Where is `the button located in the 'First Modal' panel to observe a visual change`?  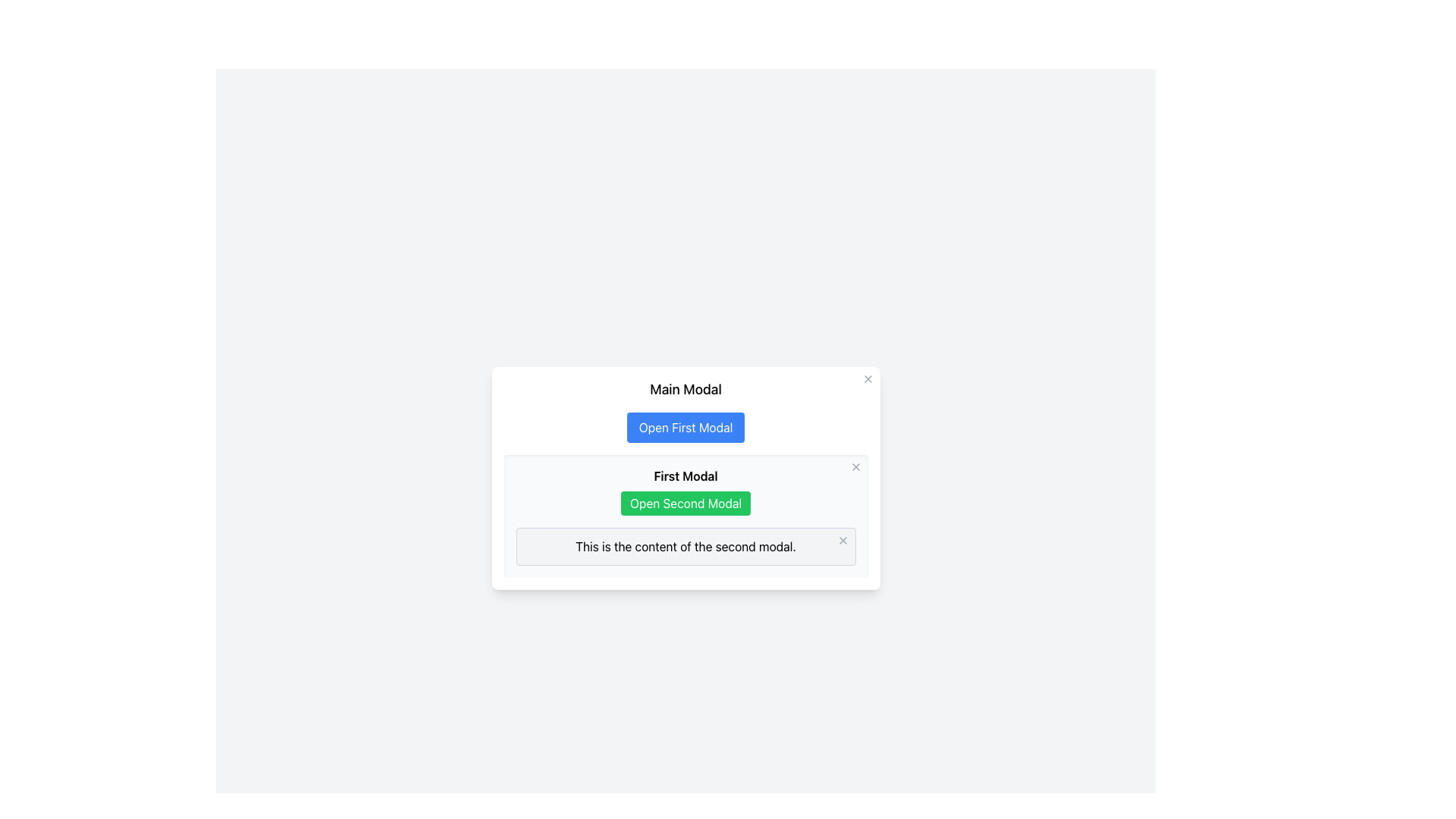
the button located in the 'First Modal' panel to observe a visual change is located at coordinates (685, 503).